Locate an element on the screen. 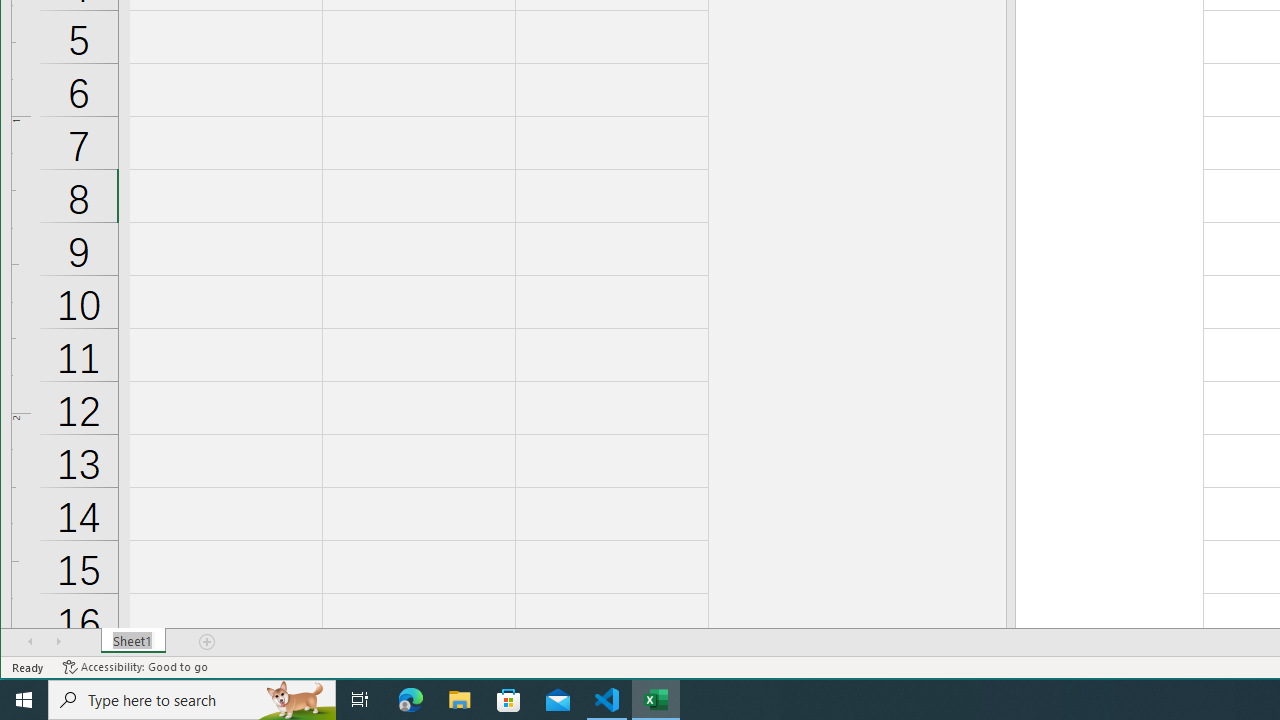  'File Explorer' is located at coordinates (459, 698).